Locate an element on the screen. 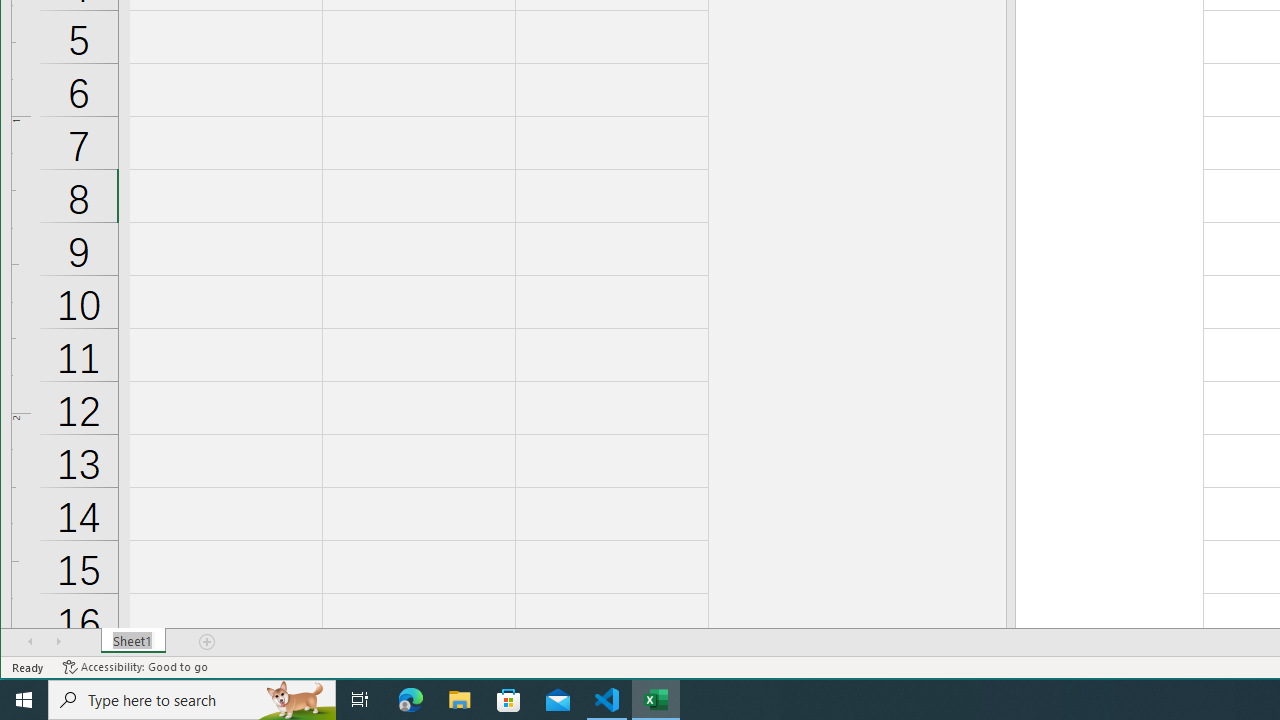  'File Explorer' is located at coordinates (459, 698).